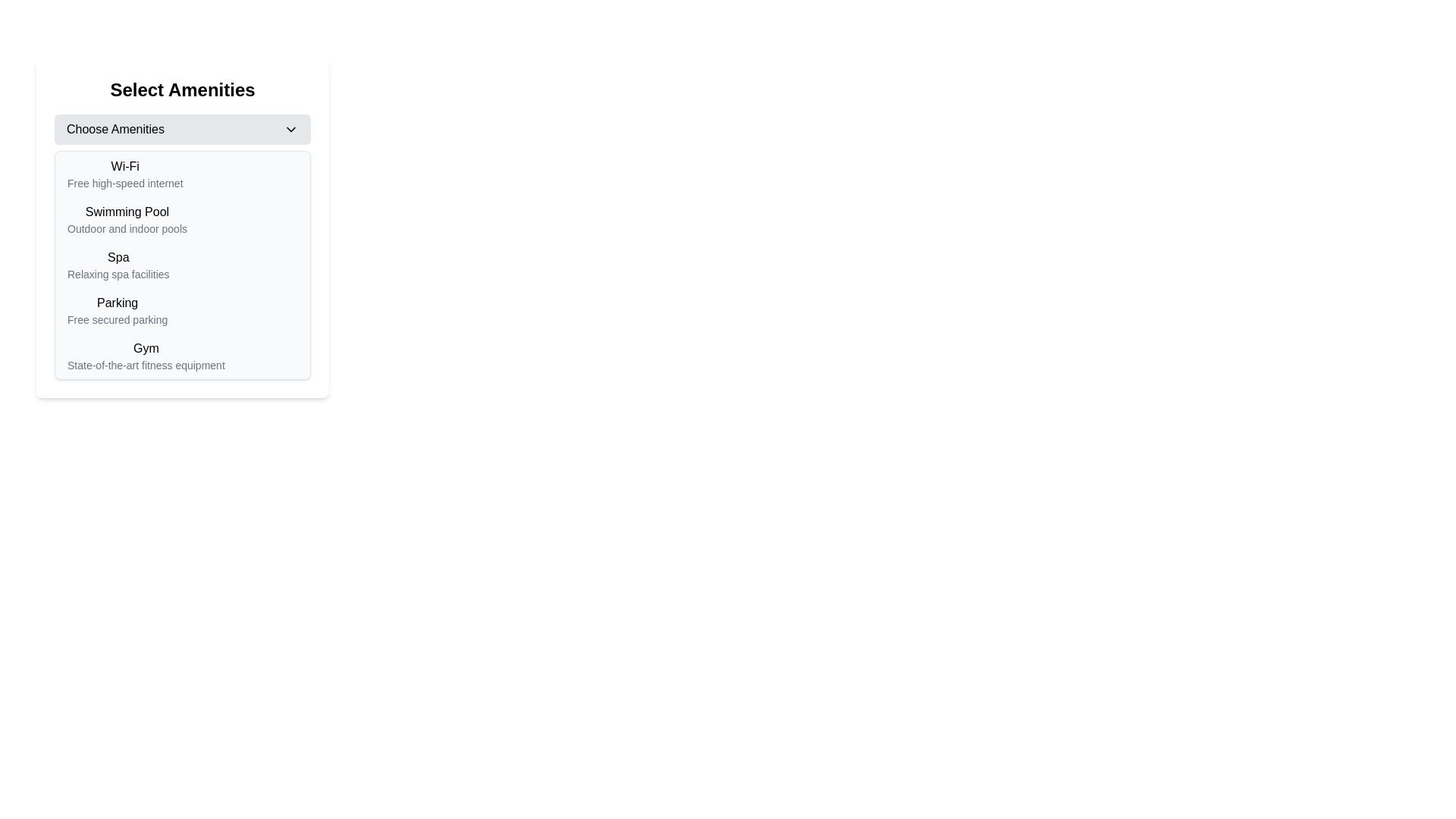 This screenshot has height=819, width=1456. What do you see at coordinates (125, 183) in the screenshot?
I see `the text label that contains 'Free high-speed internet', which is styled in a smaller gray font and located below the bolded 'Wi-Fi' label` at bounding box center [125, 183].